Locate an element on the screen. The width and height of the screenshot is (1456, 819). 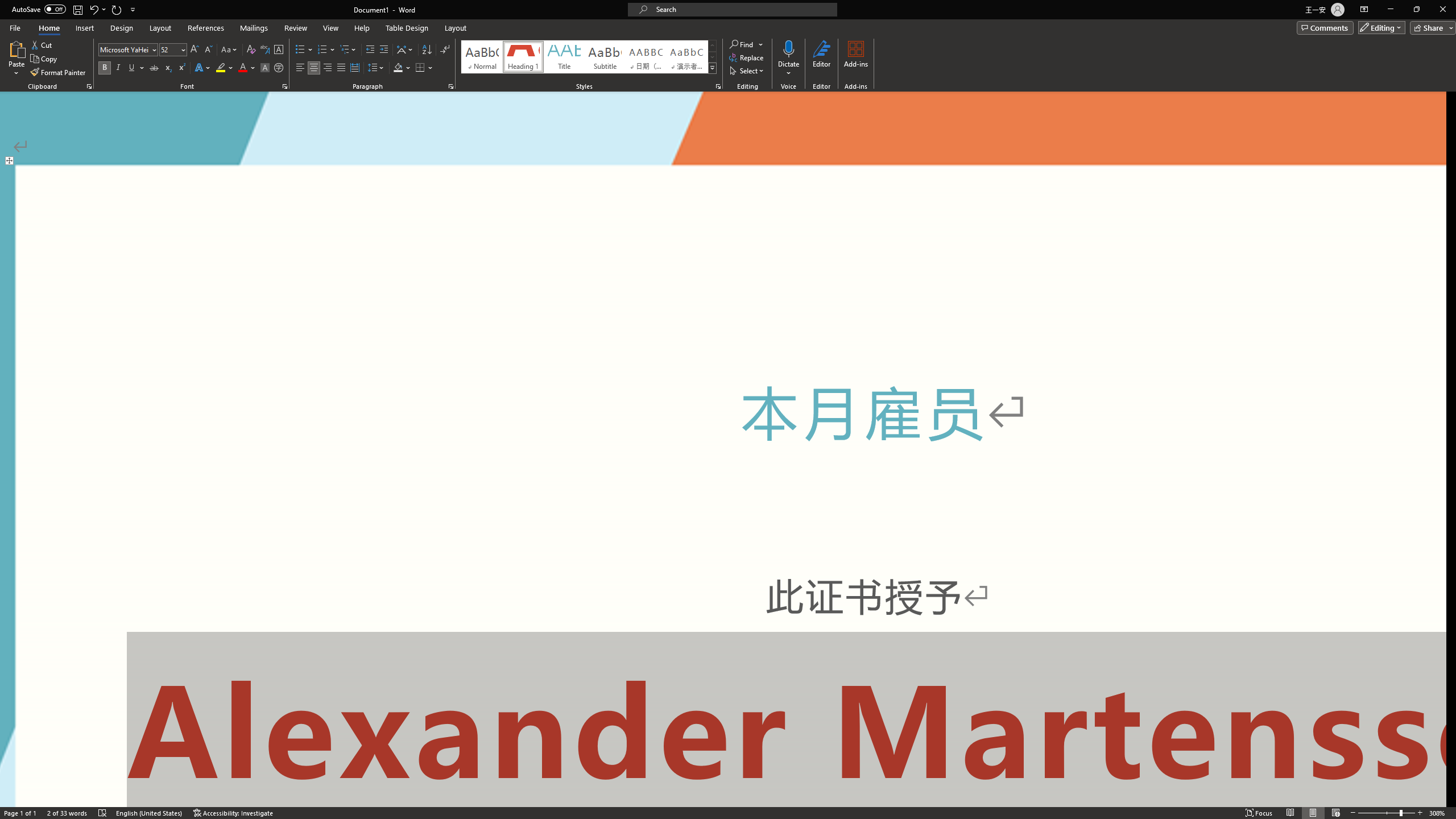
'Spelling and Grammar Check No Errors' is located at coordinates (105, 790).